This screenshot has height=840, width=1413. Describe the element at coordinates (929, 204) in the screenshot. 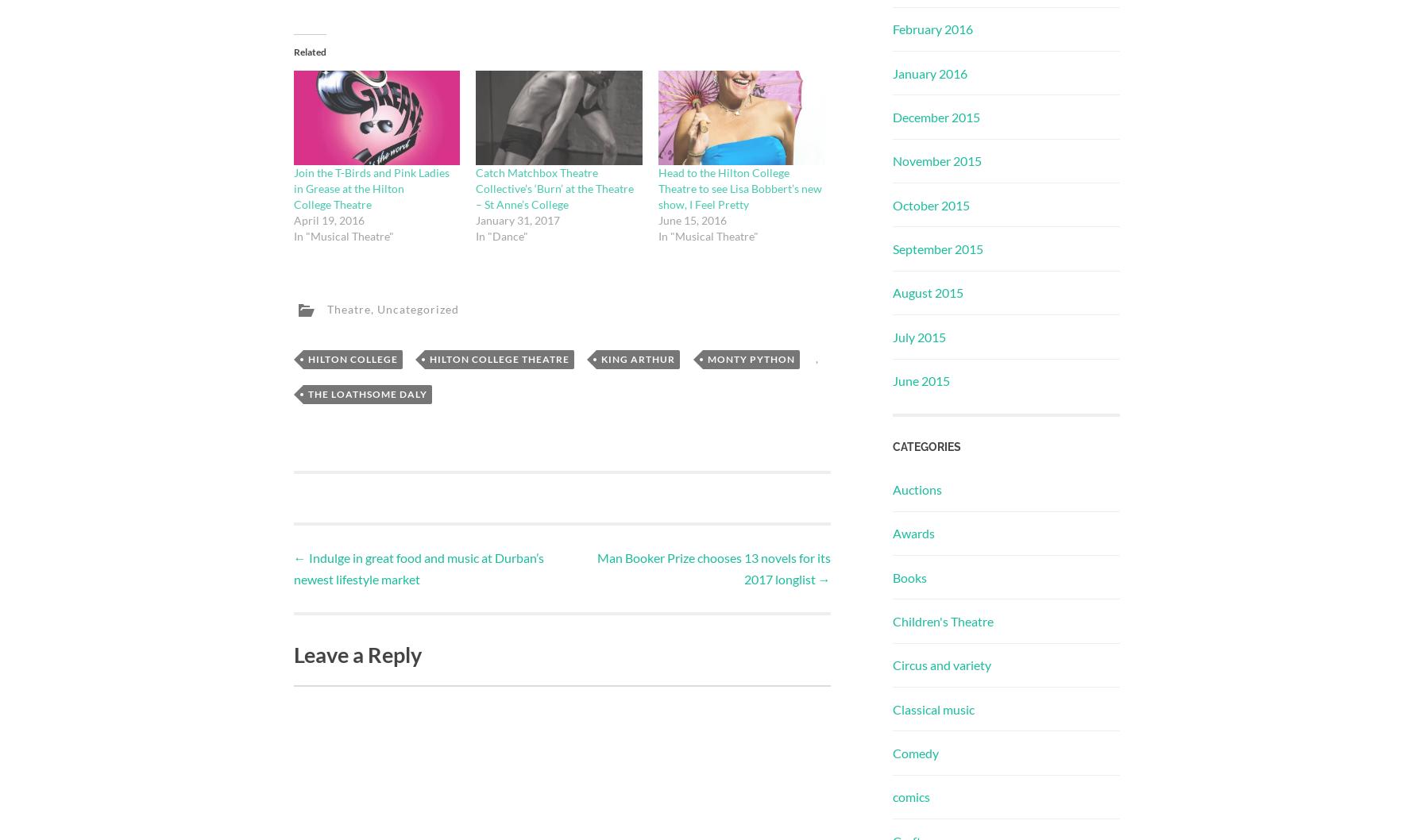

I see `'October 2015'` at that location.